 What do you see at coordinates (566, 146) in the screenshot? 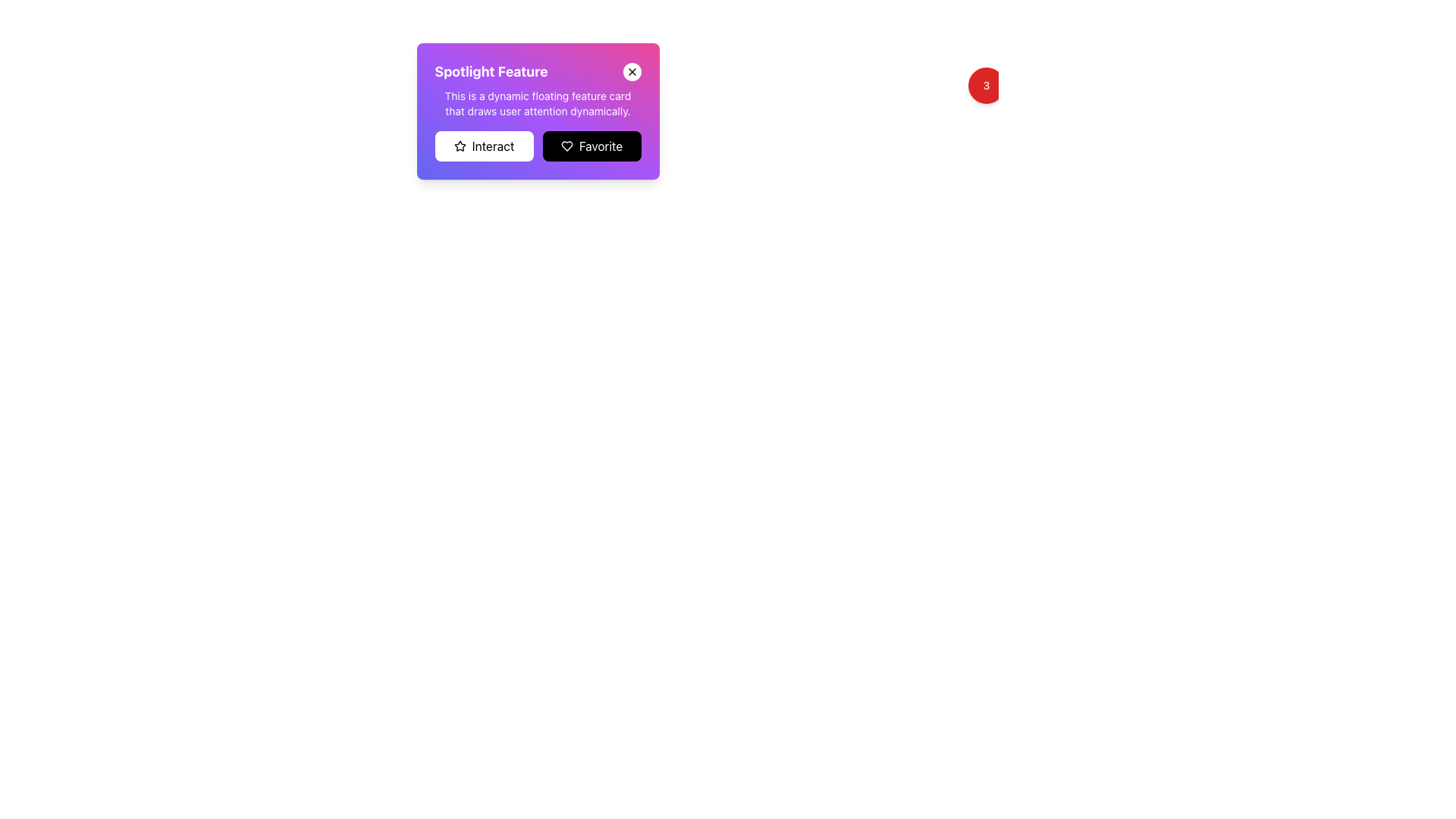
I see `the heart-shaped icon within the Favorite button to mark or unmark it as favorite` at bounding box center [566, 146].